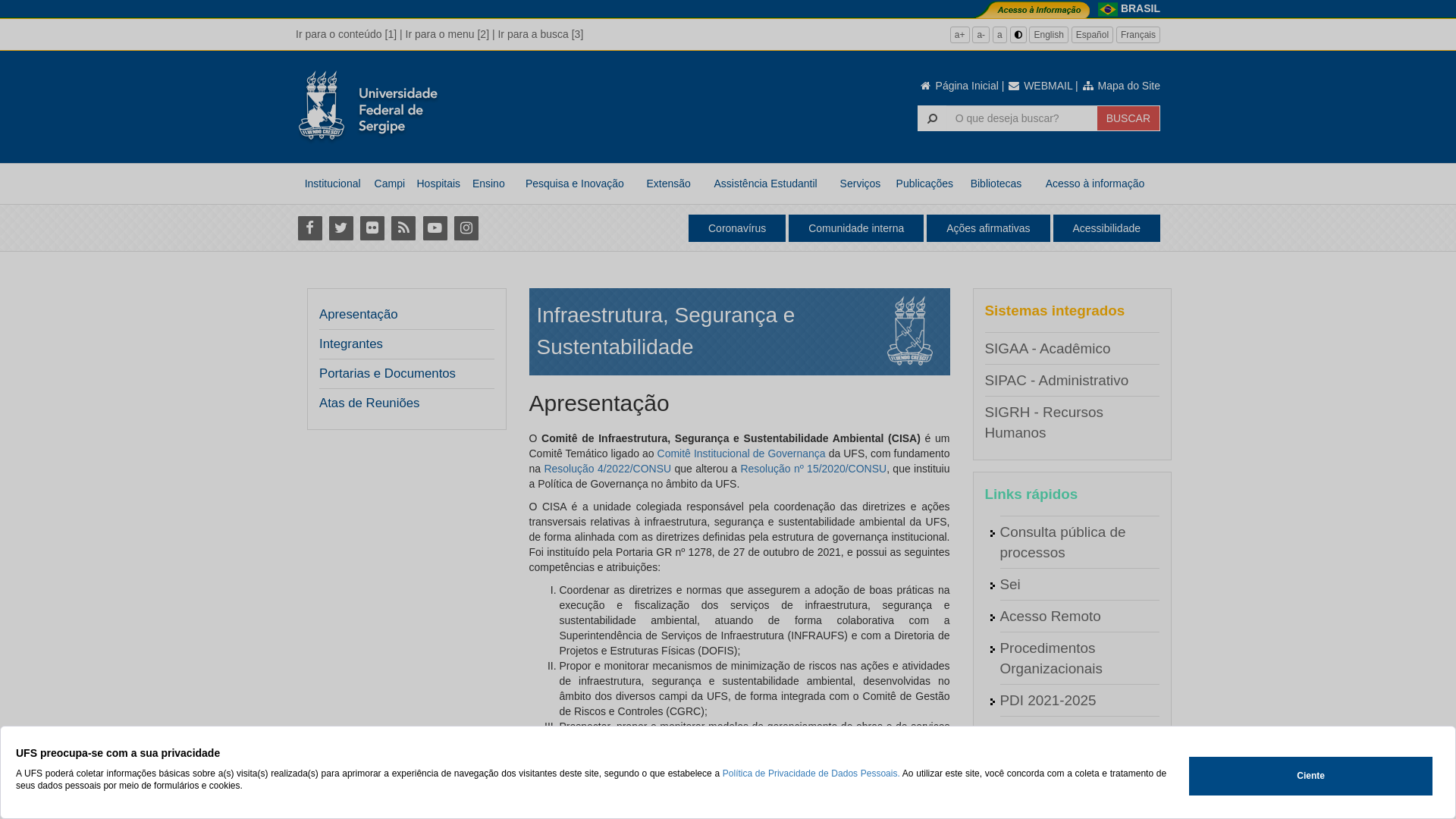 This screenshot has height=819, width=1456. I want to click on 'Instagram', so click(465, 227).